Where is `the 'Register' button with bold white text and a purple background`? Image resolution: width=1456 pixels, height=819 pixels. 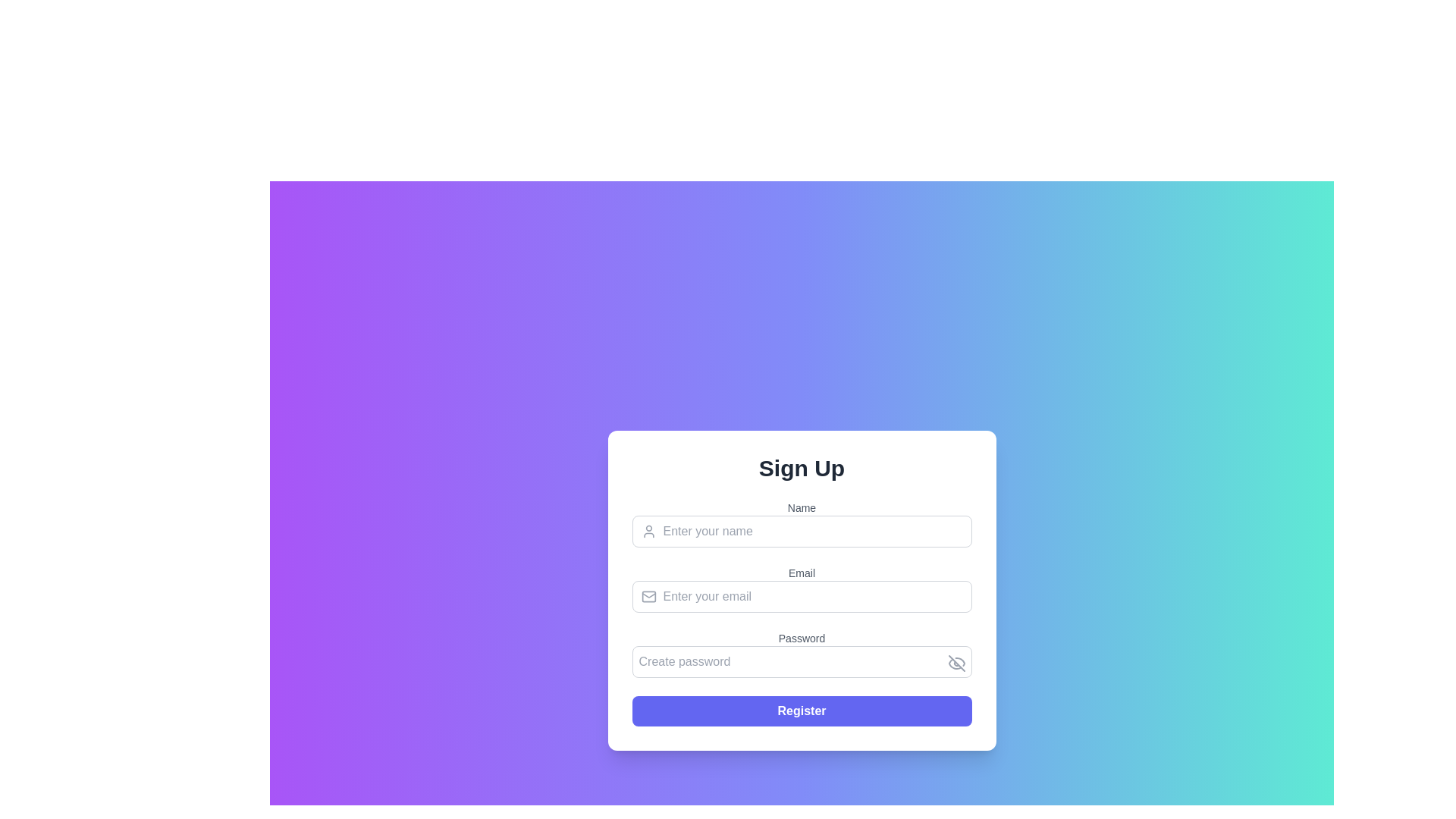
the 'Register' button with bold white text and a purple background is located at coordinates (801, 711).